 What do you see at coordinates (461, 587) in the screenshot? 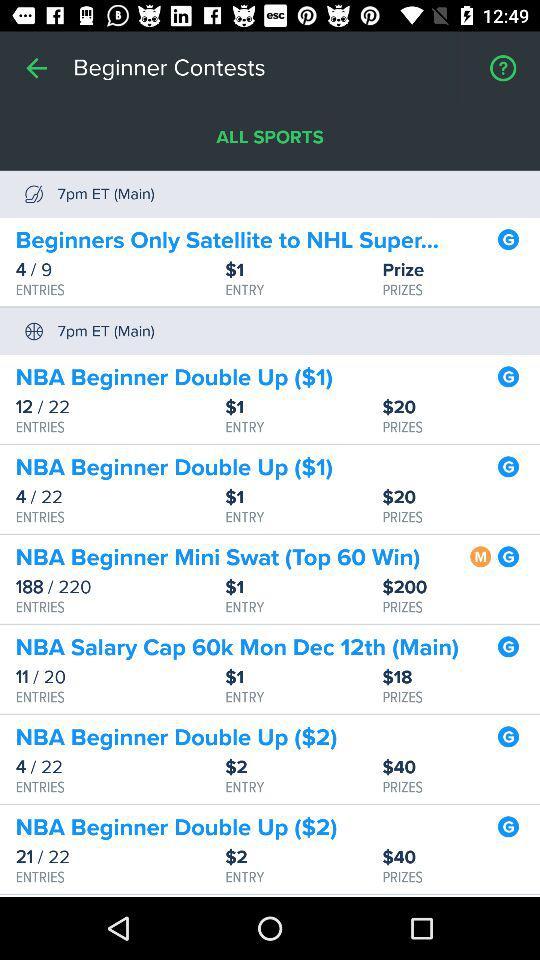
I see `$200` at bounding box center [461, 587].